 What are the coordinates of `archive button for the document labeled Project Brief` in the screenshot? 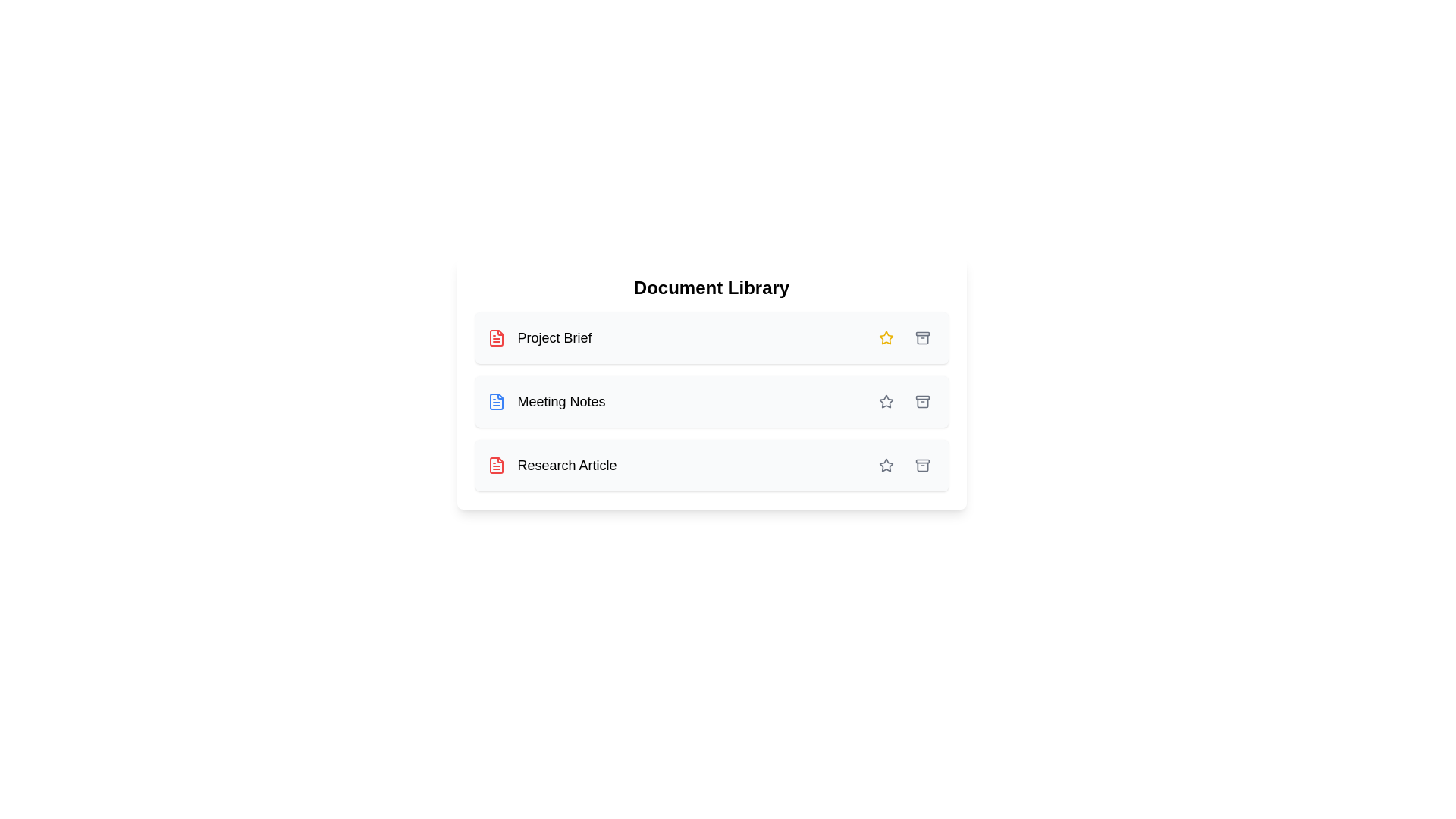 It's located at (921, 337).